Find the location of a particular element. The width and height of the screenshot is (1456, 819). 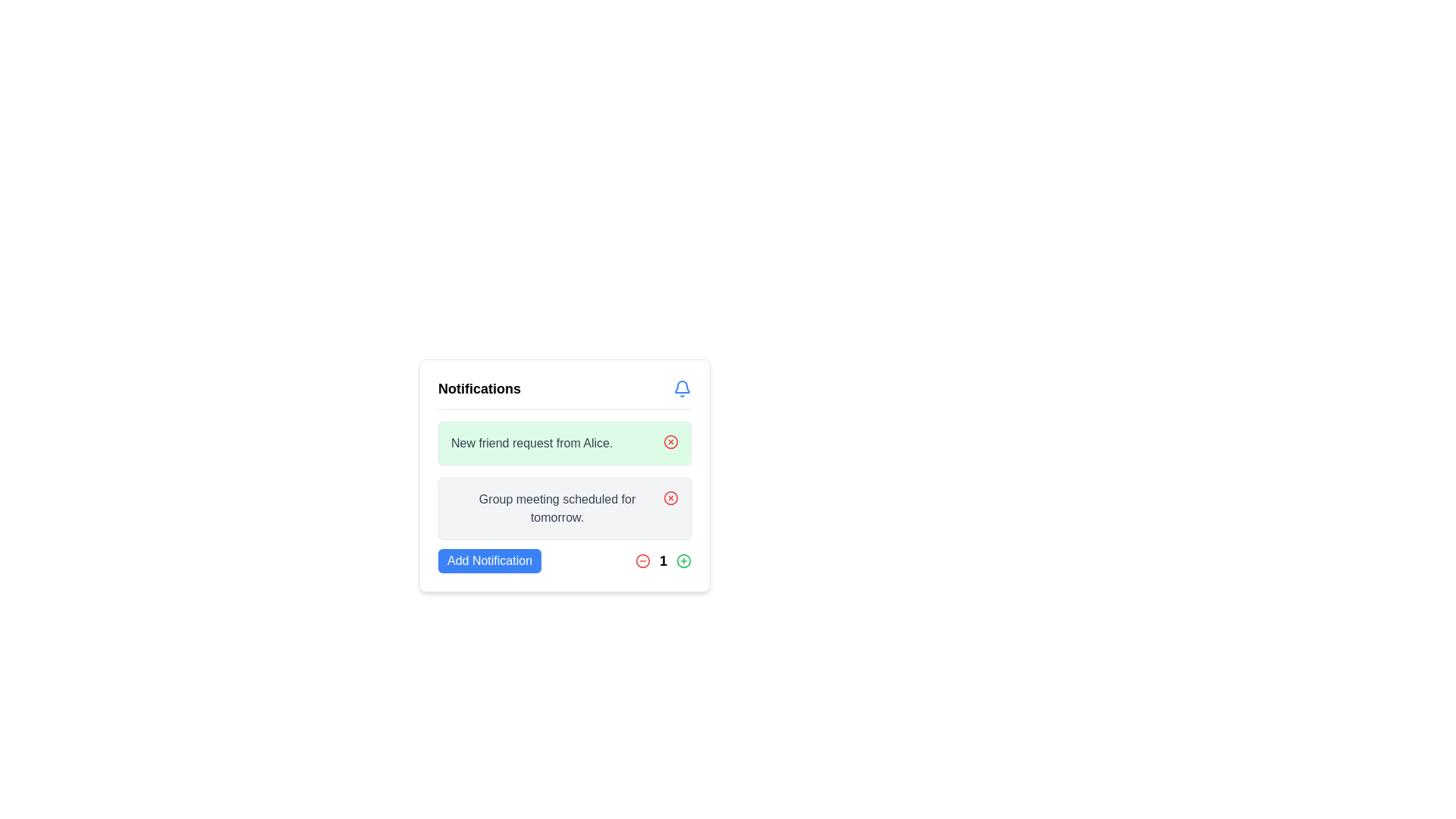

the increment button located at the bottom-right section of the 'Notifications' card UI component to increase the counter is located at coordinates (683, 561).